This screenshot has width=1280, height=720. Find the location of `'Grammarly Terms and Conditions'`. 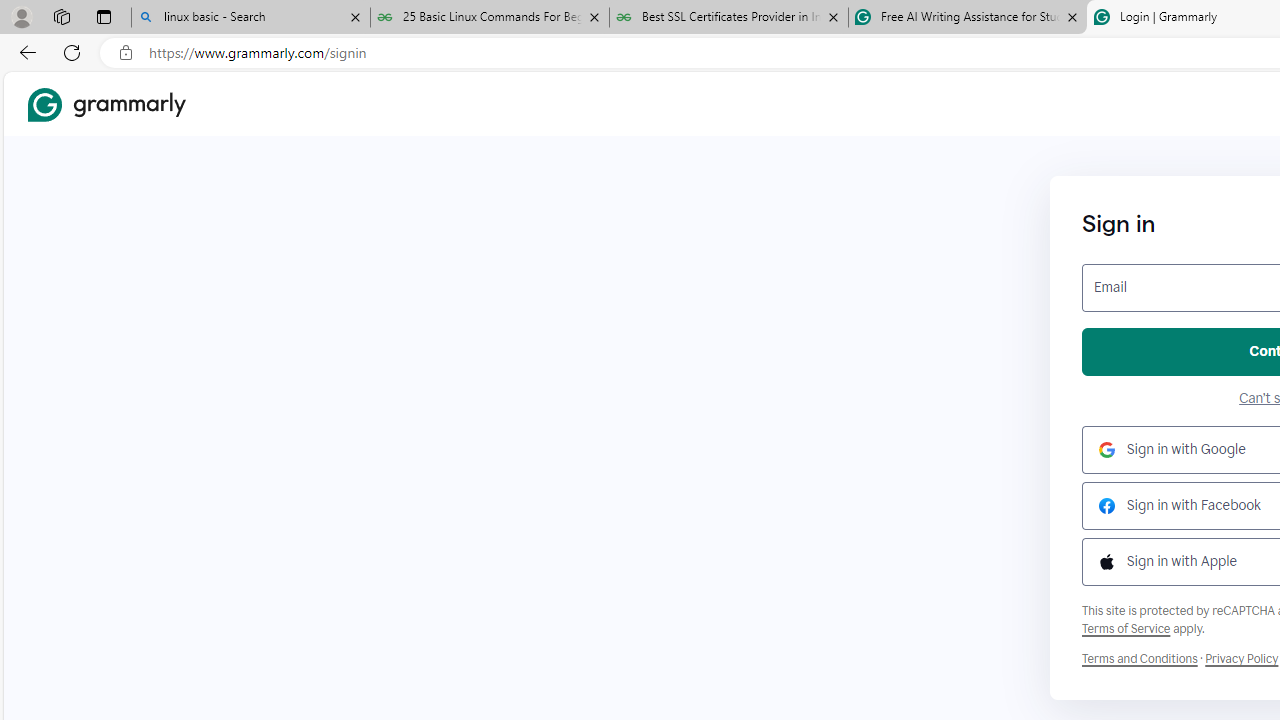

'Grammarly Terms and Conditions' is located at coordinates (1139, 659).